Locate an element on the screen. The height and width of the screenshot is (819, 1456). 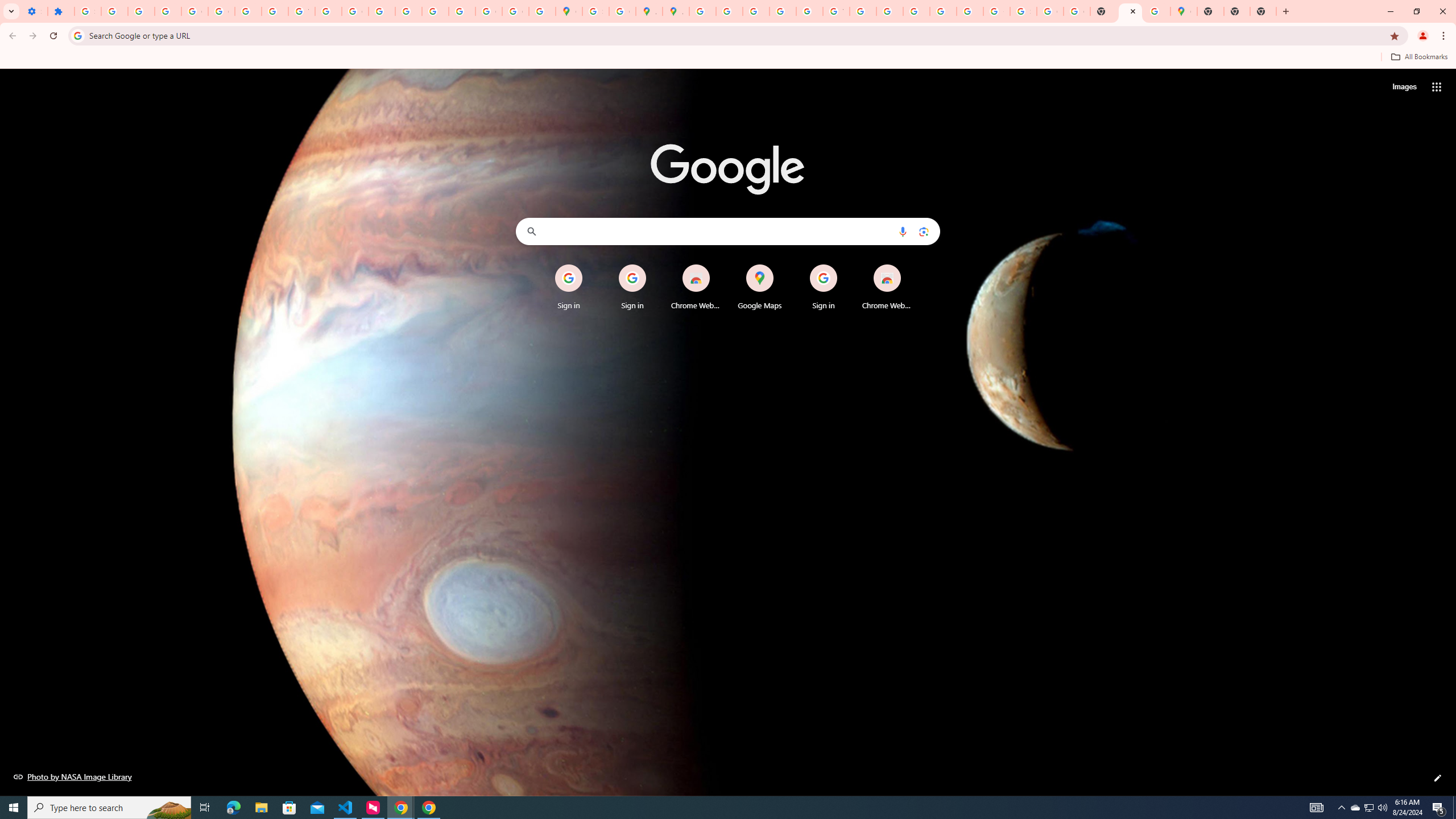
'New Tab' is located at coordinates (1210, 11).